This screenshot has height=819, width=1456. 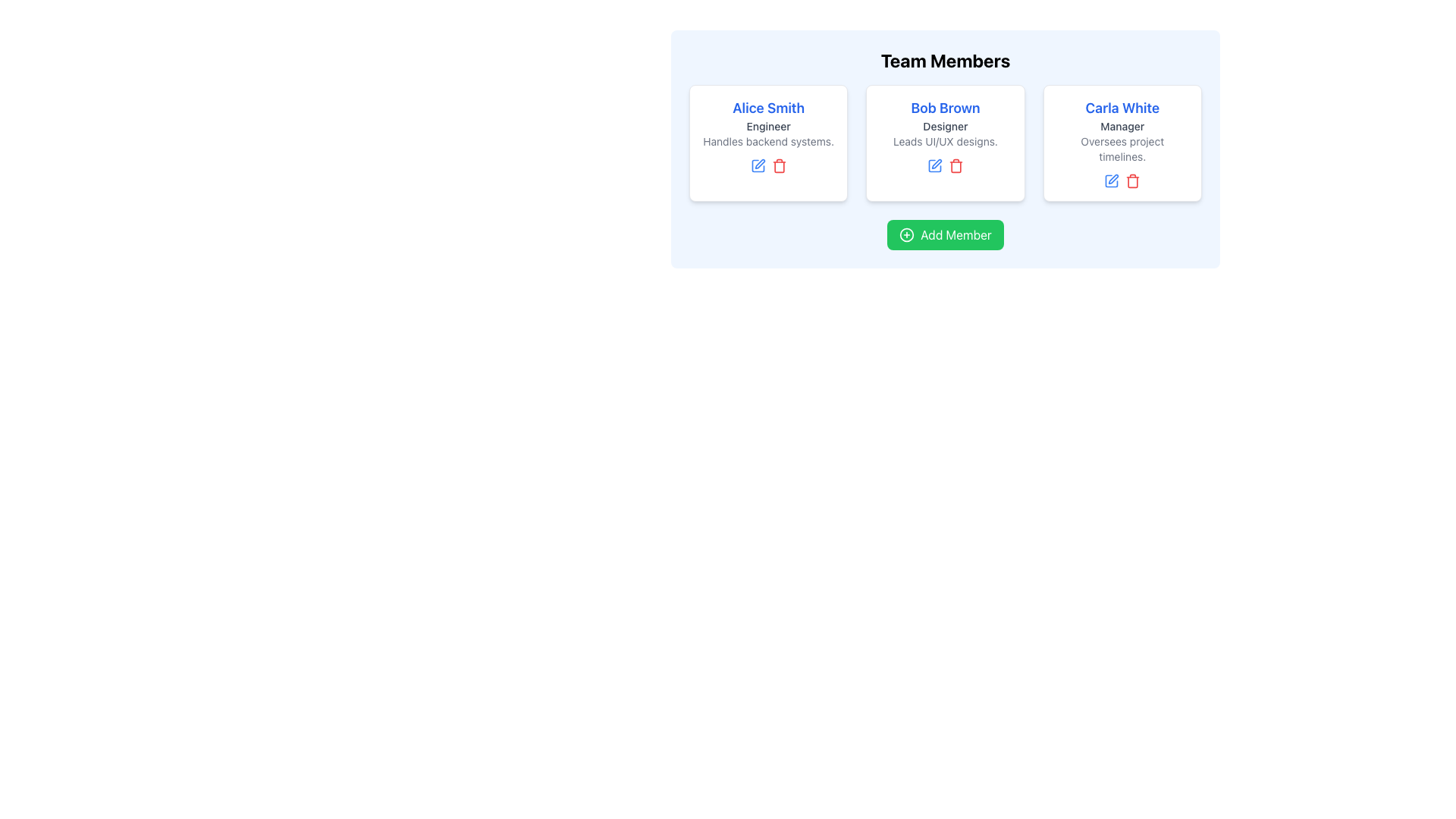 What do you see at coordinates (907, 234) in the screenshot?
I see `the circular icon with a plus symbol, which is located within the green rectangular button labeled 'Add Member' below the 'Team Members' section` at bounding box center [907, 234].